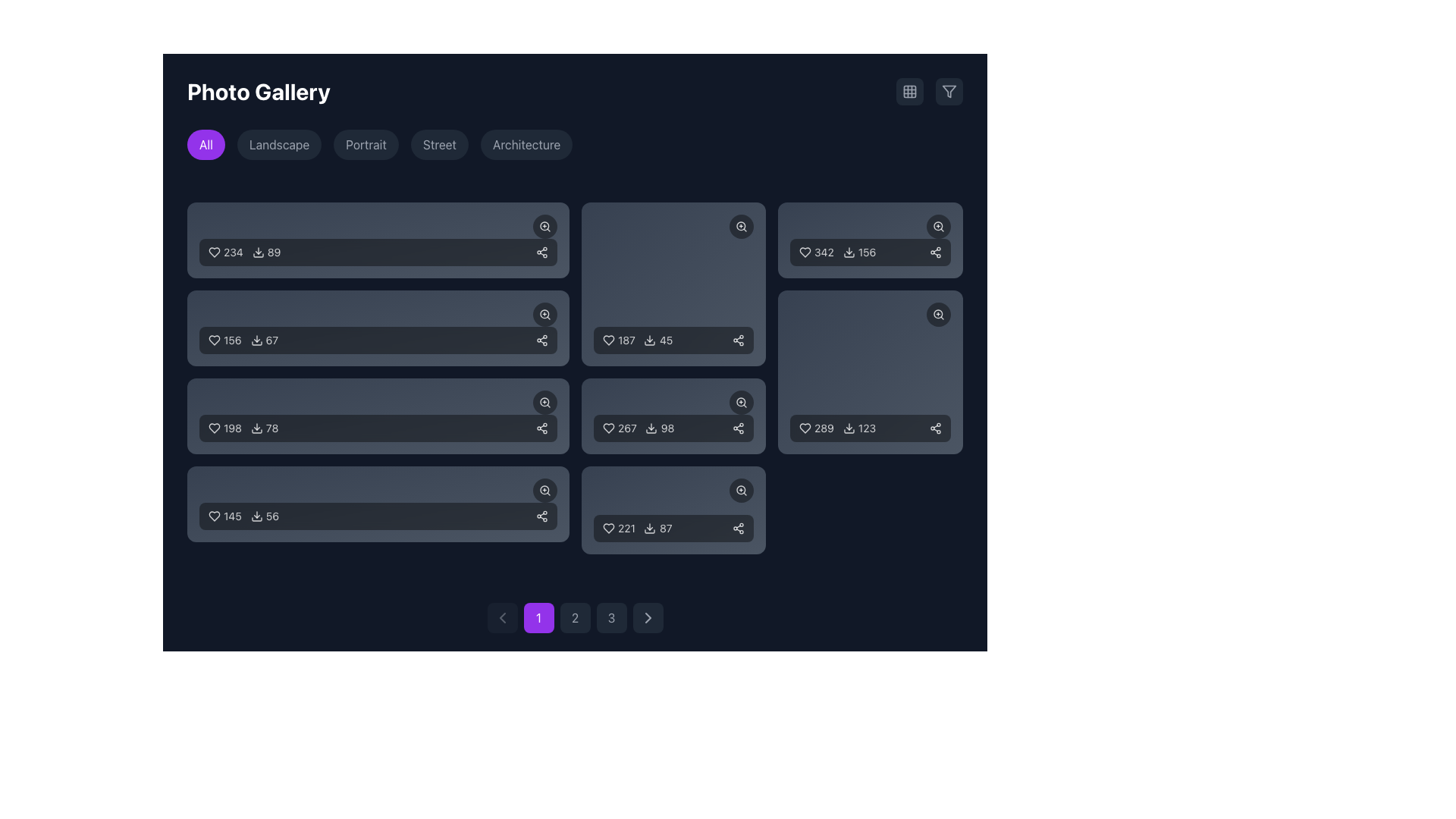 The image size is (1456, 819). What do you see at coordinates (934, 251) in the screenshot?
I see `the share icon button located in the upper right section of the card displaying '342 156' to share its content` at bounding box center [934, 251].